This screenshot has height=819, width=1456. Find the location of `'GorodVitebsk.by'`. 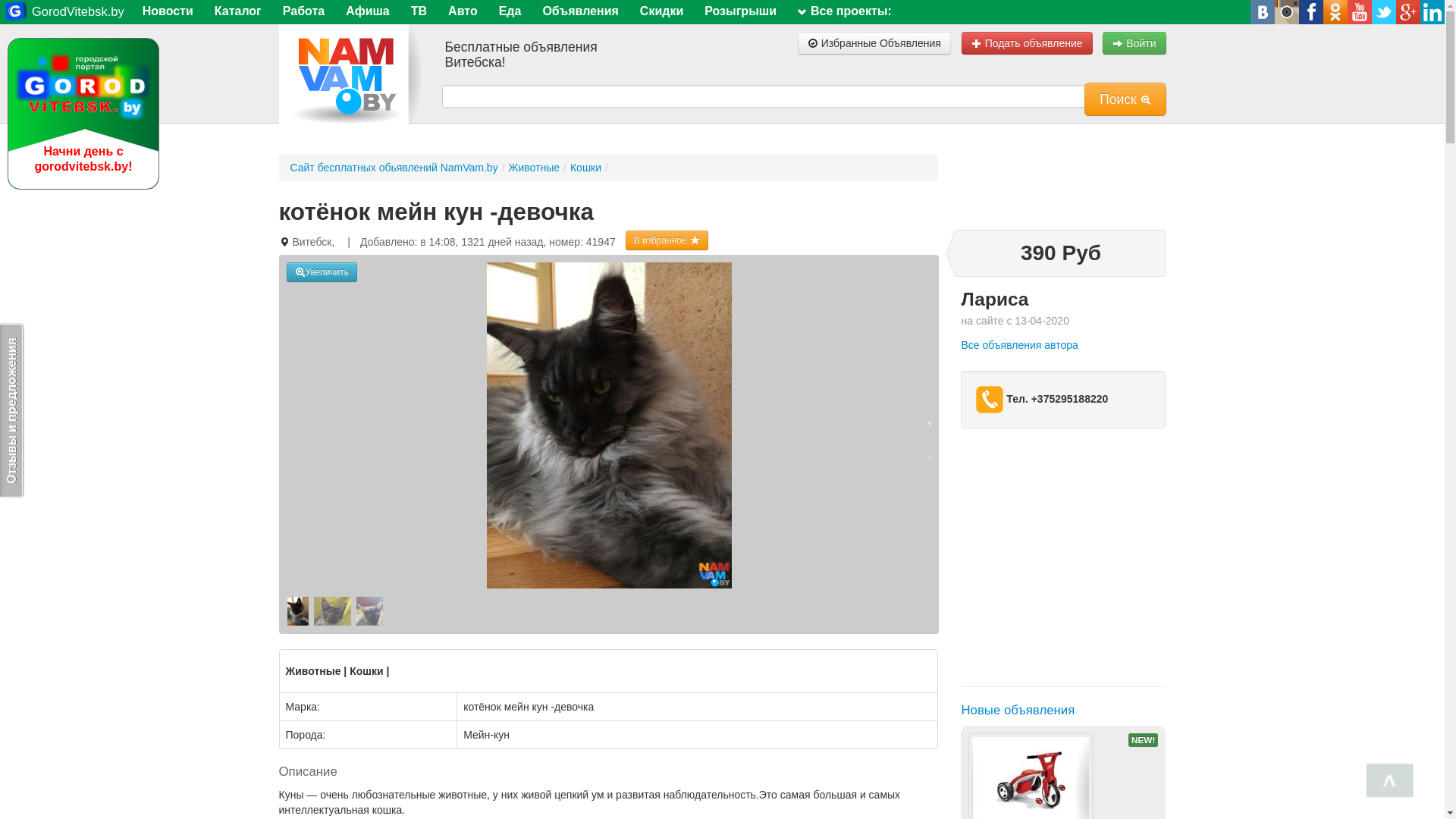

'GorodVitebsk.by' is located at coordinates (63, 11).